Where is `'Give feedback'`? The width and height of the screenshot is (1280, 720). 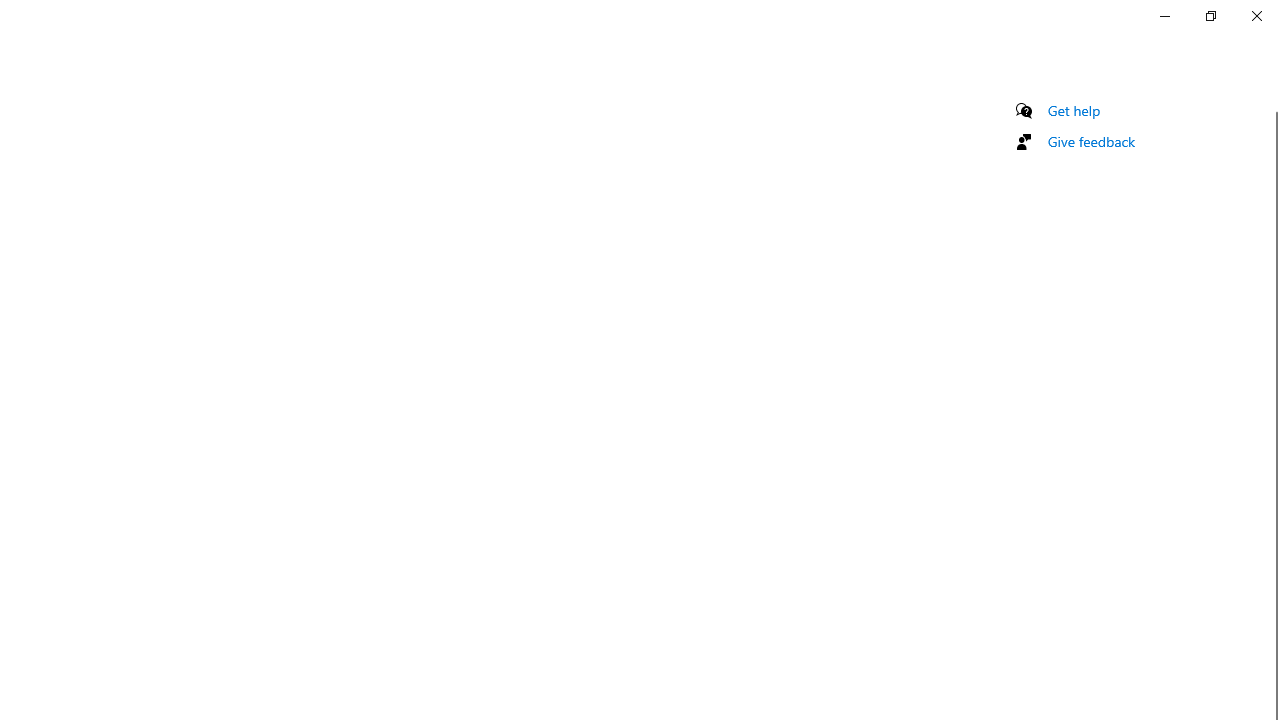 'Give feedback' is located at coordinates (1090, 140).